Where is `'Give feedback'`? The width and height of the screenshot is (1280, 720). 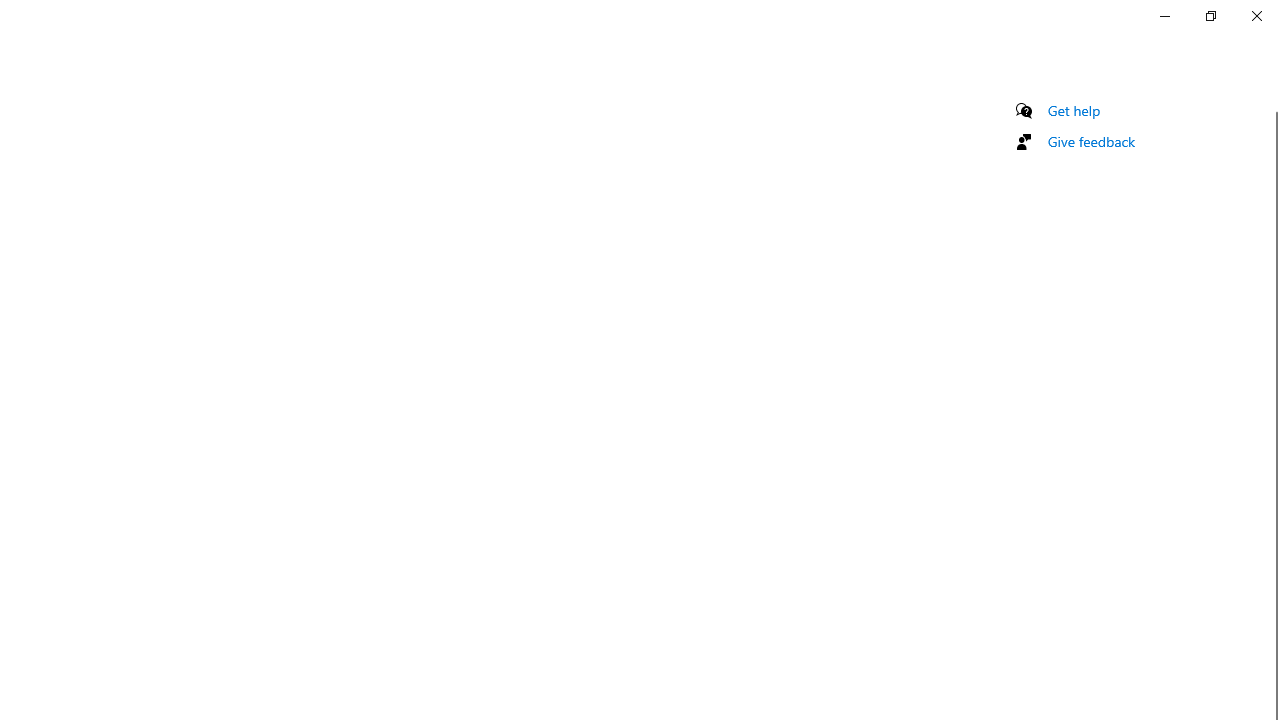 'Give feedback' is located at coordinates (1090, 140).